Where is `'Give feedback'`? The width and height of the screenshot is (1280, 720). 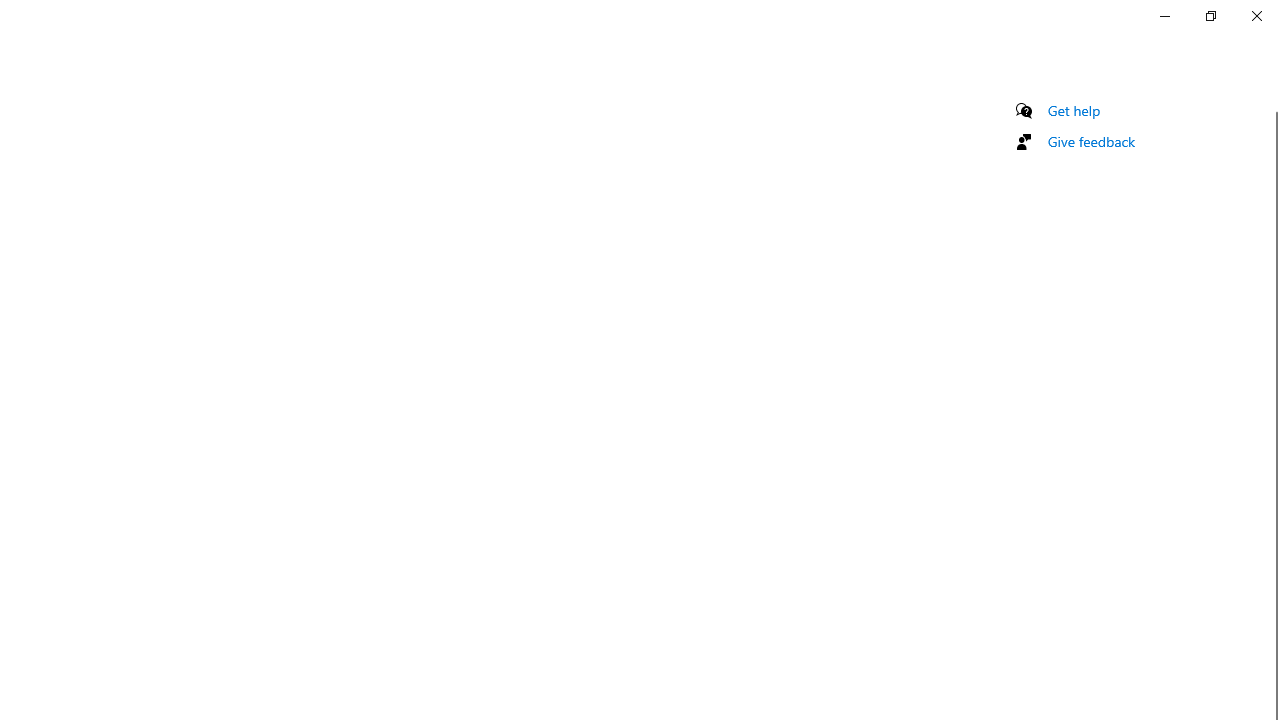 'Give feedback' is located at coordinates (1090, 140).